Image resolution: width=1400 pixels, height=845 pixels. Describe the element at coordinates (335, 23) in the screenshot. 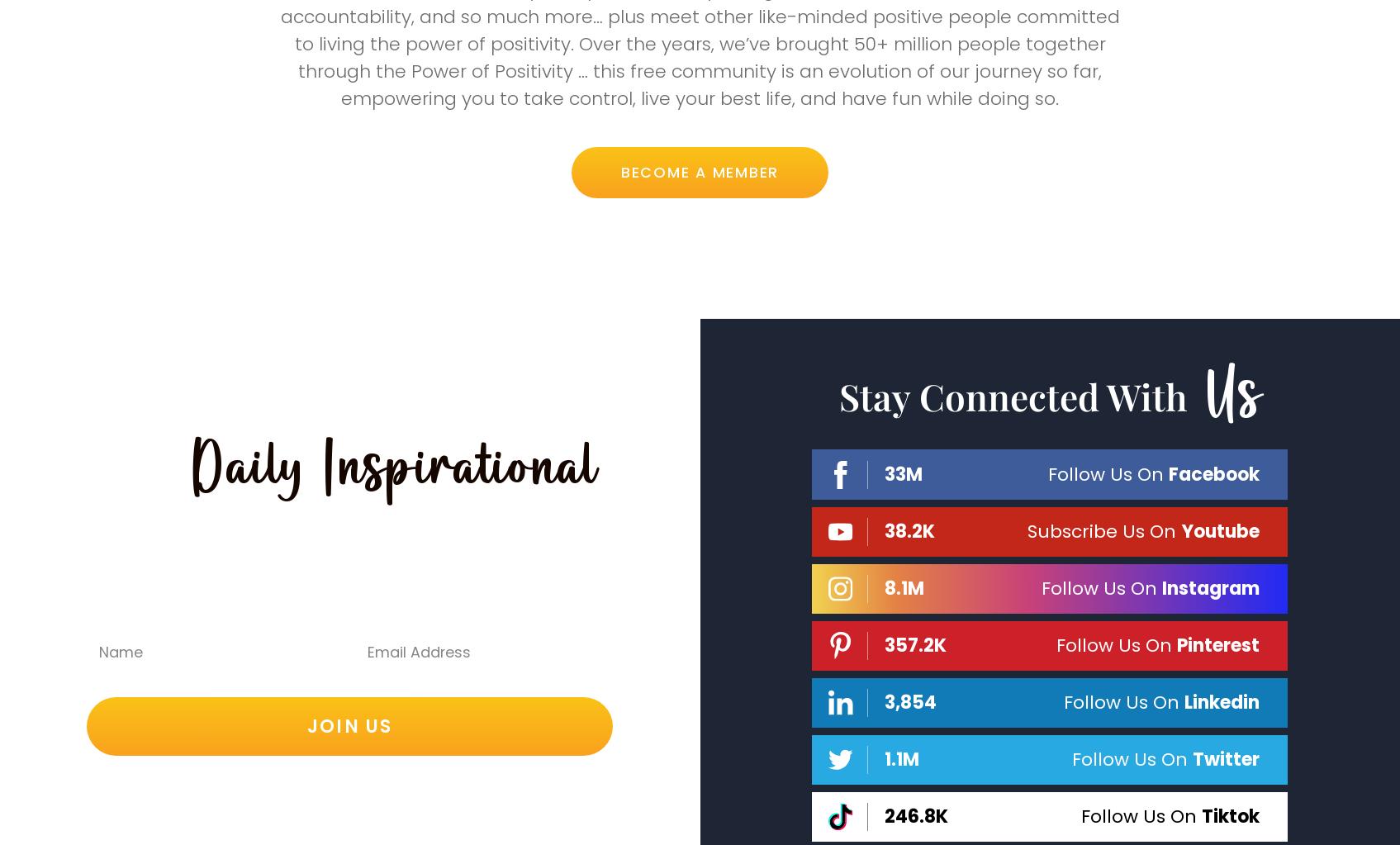

I see `'Join'` at that location.